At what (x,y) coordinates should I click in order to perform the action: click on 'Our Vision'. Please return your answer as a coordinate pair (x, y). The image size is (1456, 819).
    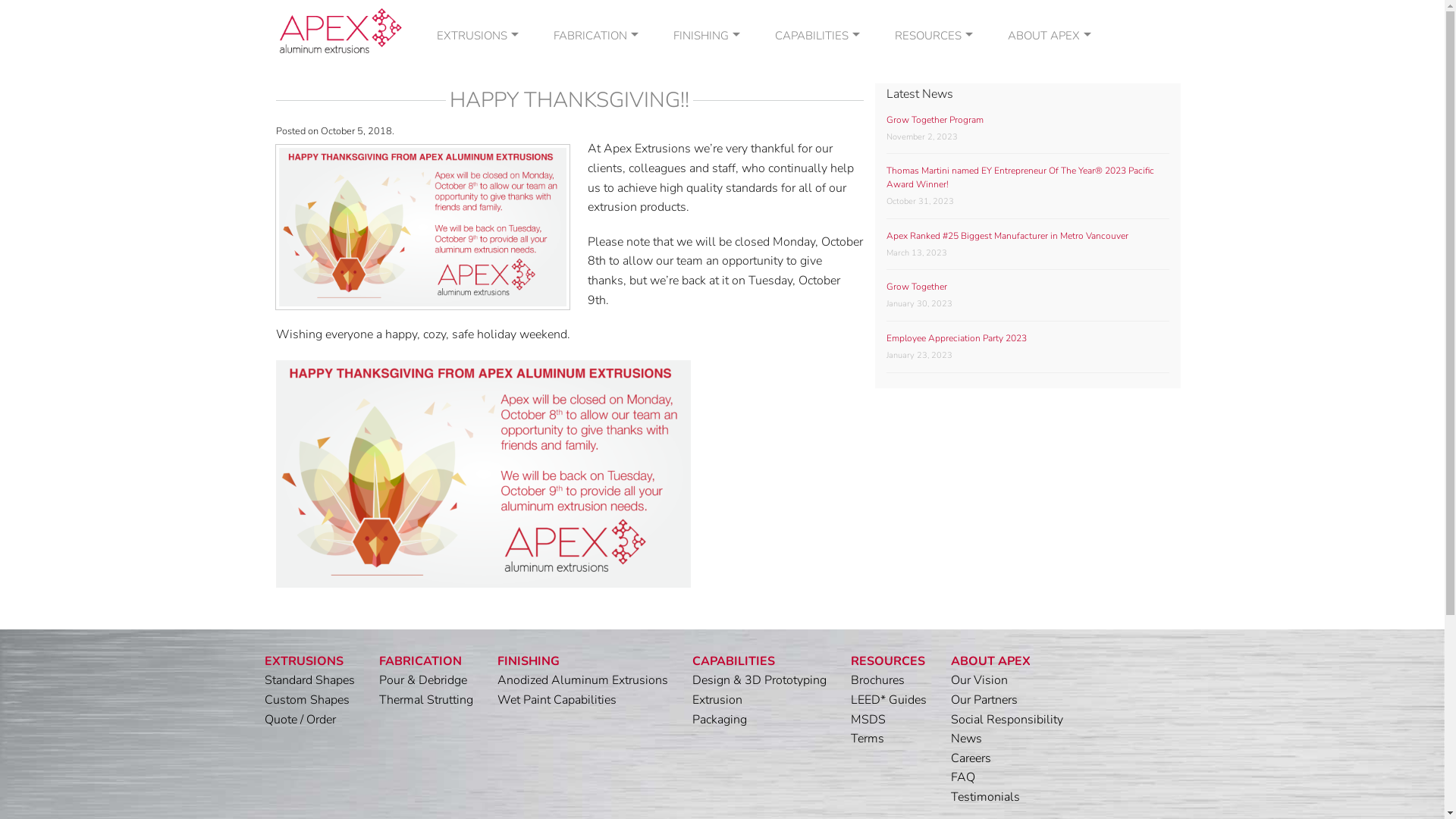
    Looking at the image, I should click on (979, 679).